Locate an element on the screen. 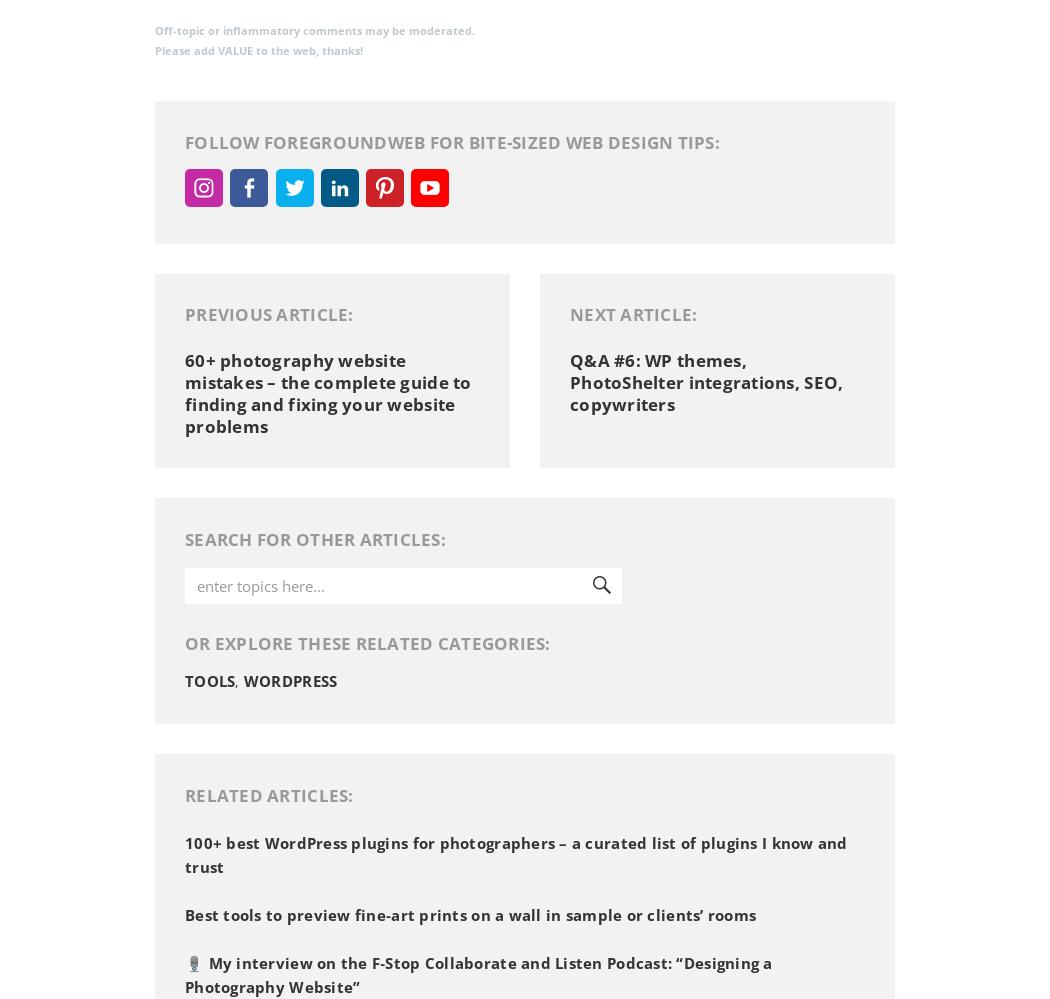 The width and height of the screenshot is (1050, 999). '60+ photography website mistakes – the complete guide to finding and fixing your website problems' is located at coordinates (185, 392).